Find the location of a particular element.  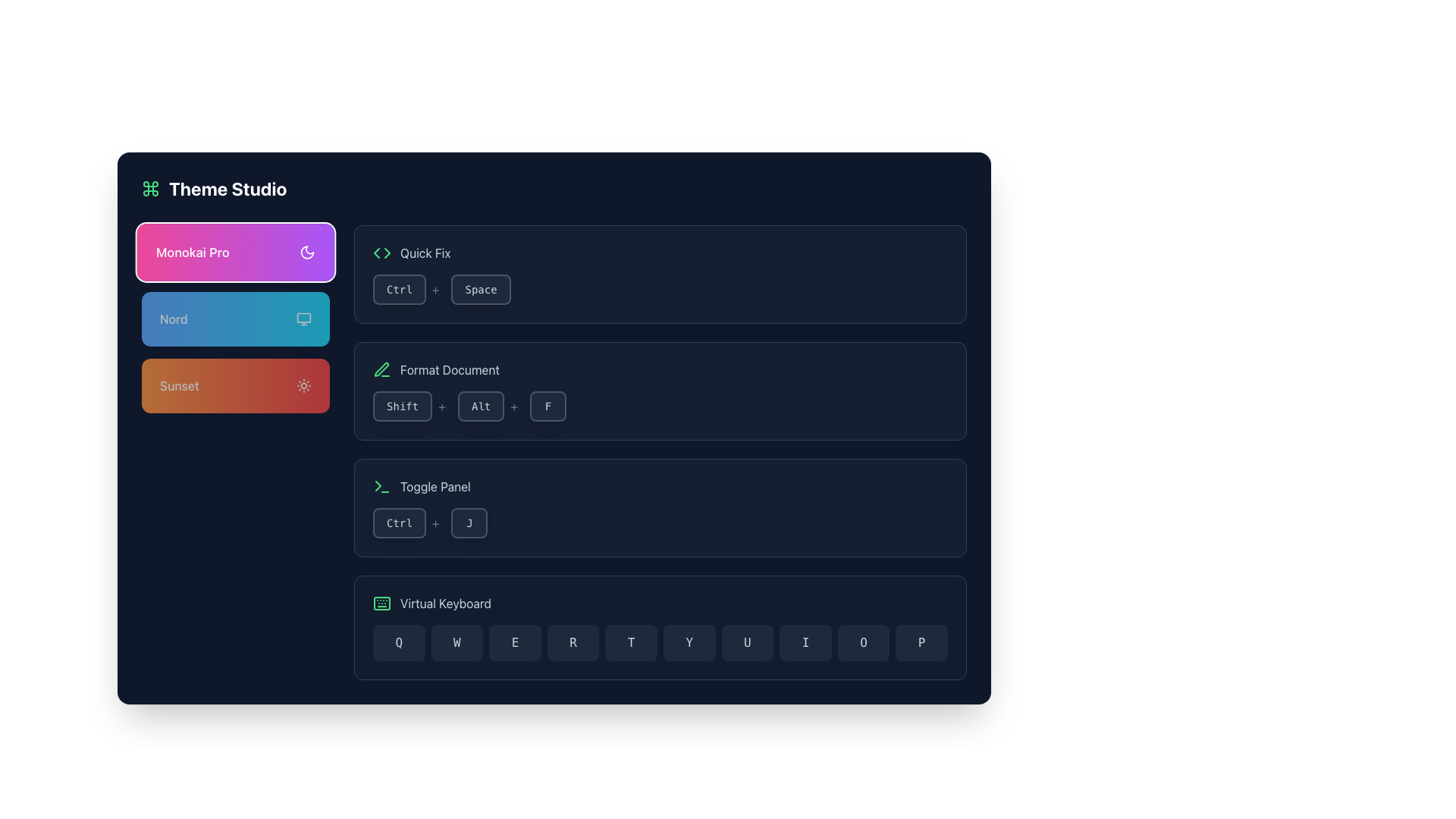

the 'F' keyboard key button, which is the third button in the sequence for 'Shift + Alt + F', located in the 'Format Document' section is located at coordinates (548, 406).